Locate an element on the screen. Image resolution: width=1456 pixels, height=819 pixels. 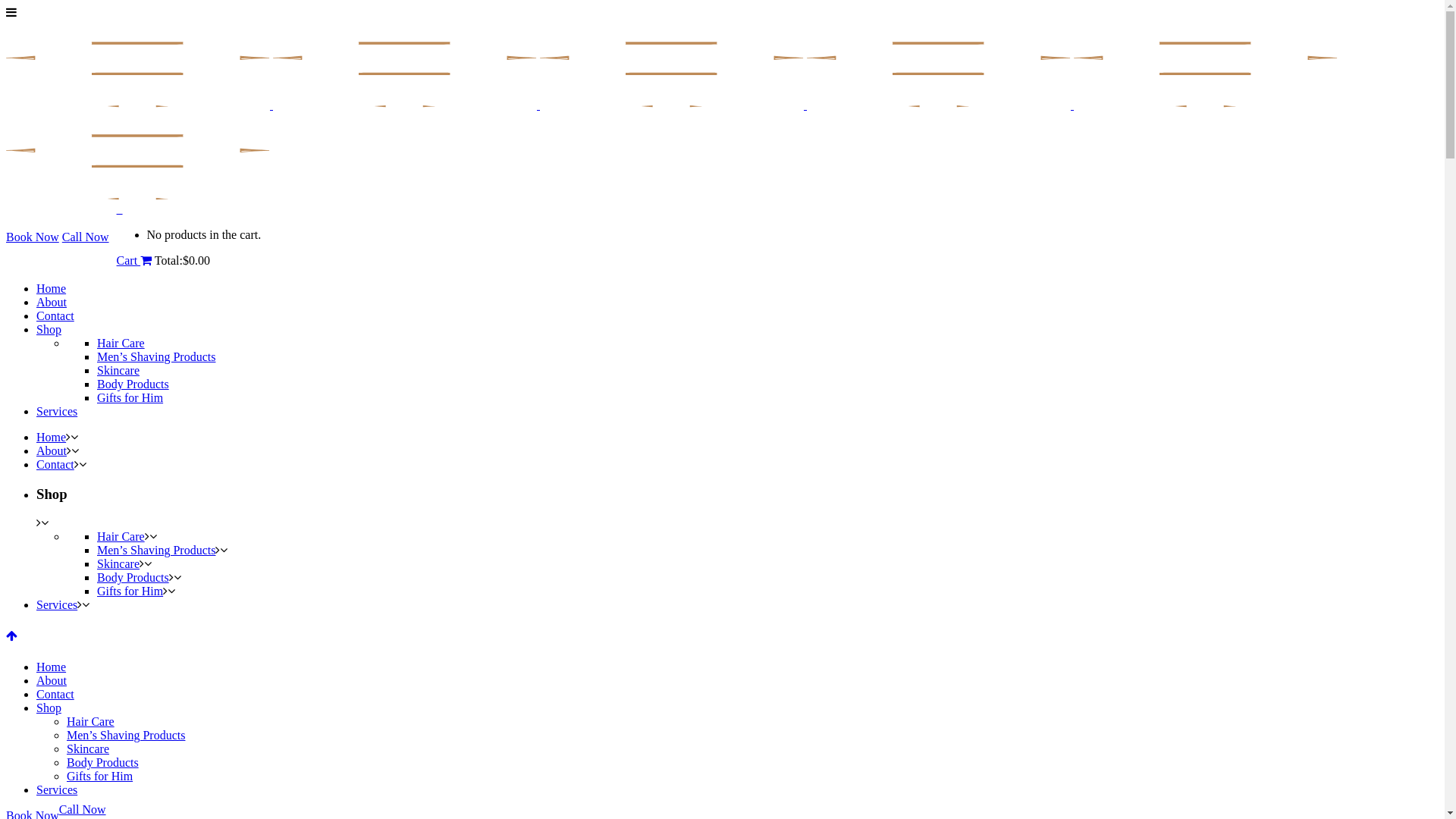
'Call Now' is located at coordinates (82, 809).